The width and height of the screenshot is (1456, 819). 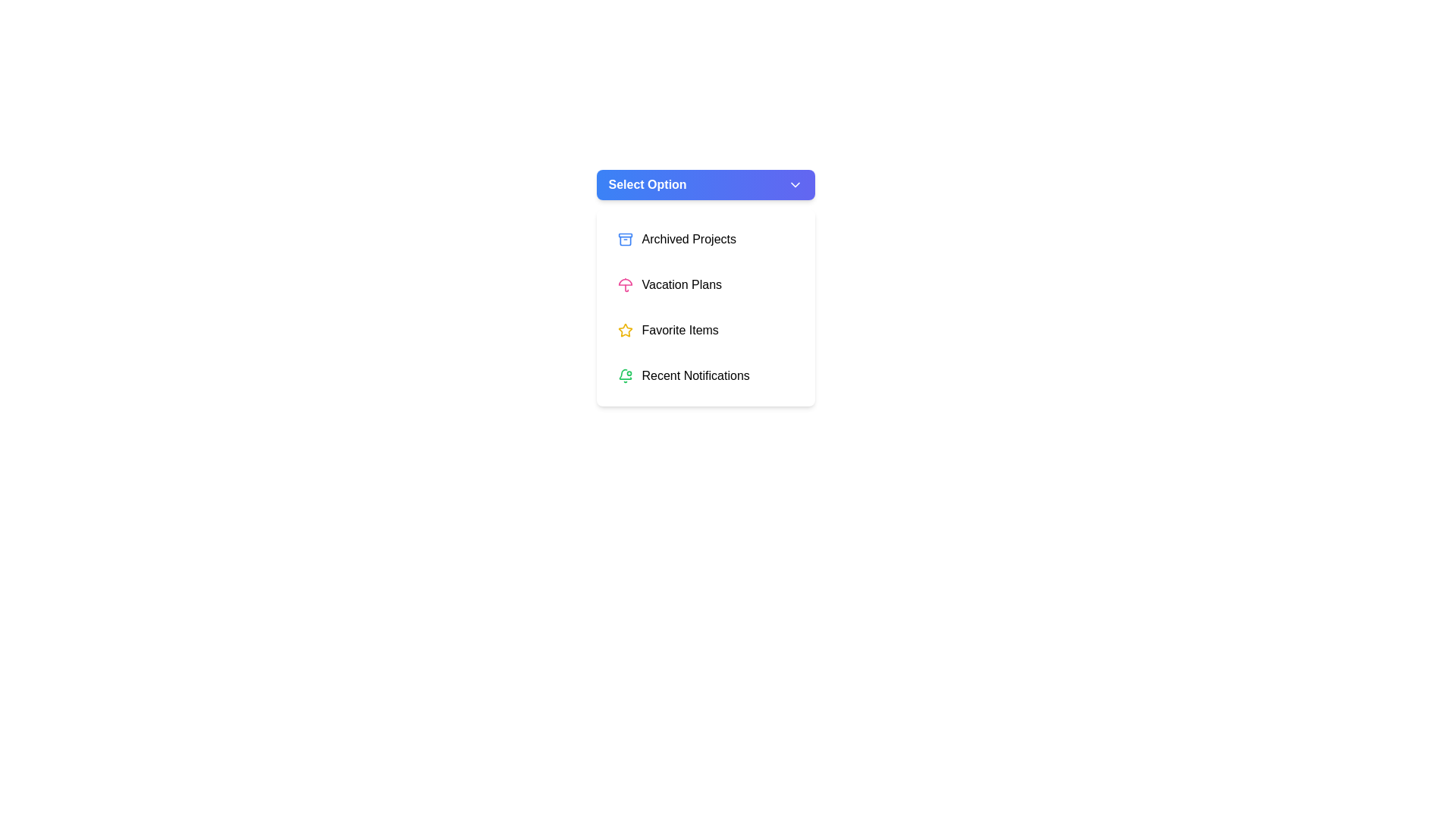 I want to click on the menu item Vacation Plans from the dropdown, so click(x=704, y=284).